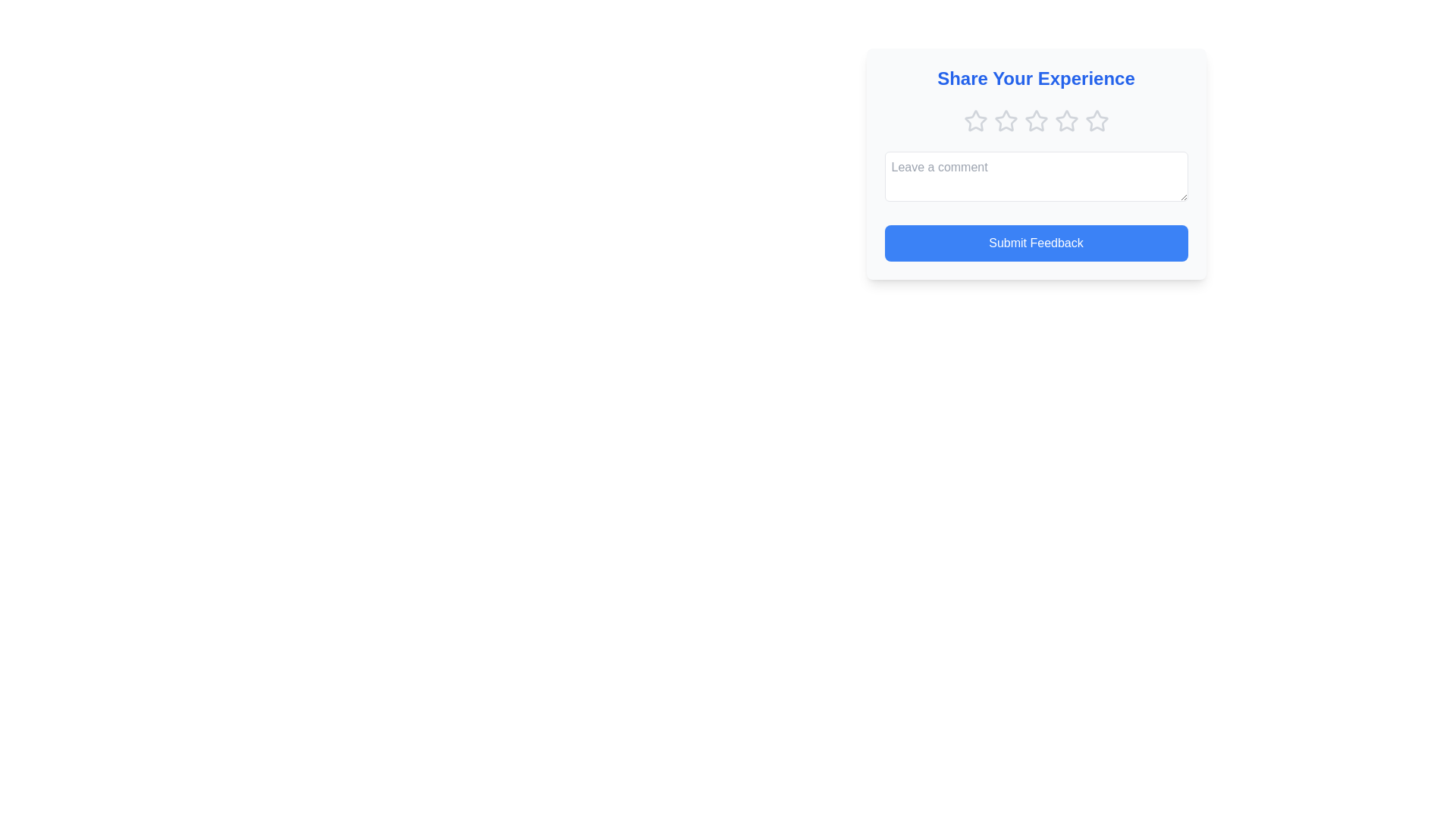  Describe the element at coordinates (1035, 242) in the screenshot. I see `the 'Submit Feedback' button, which has a blue background and white text, to observe visual changes` at that location.